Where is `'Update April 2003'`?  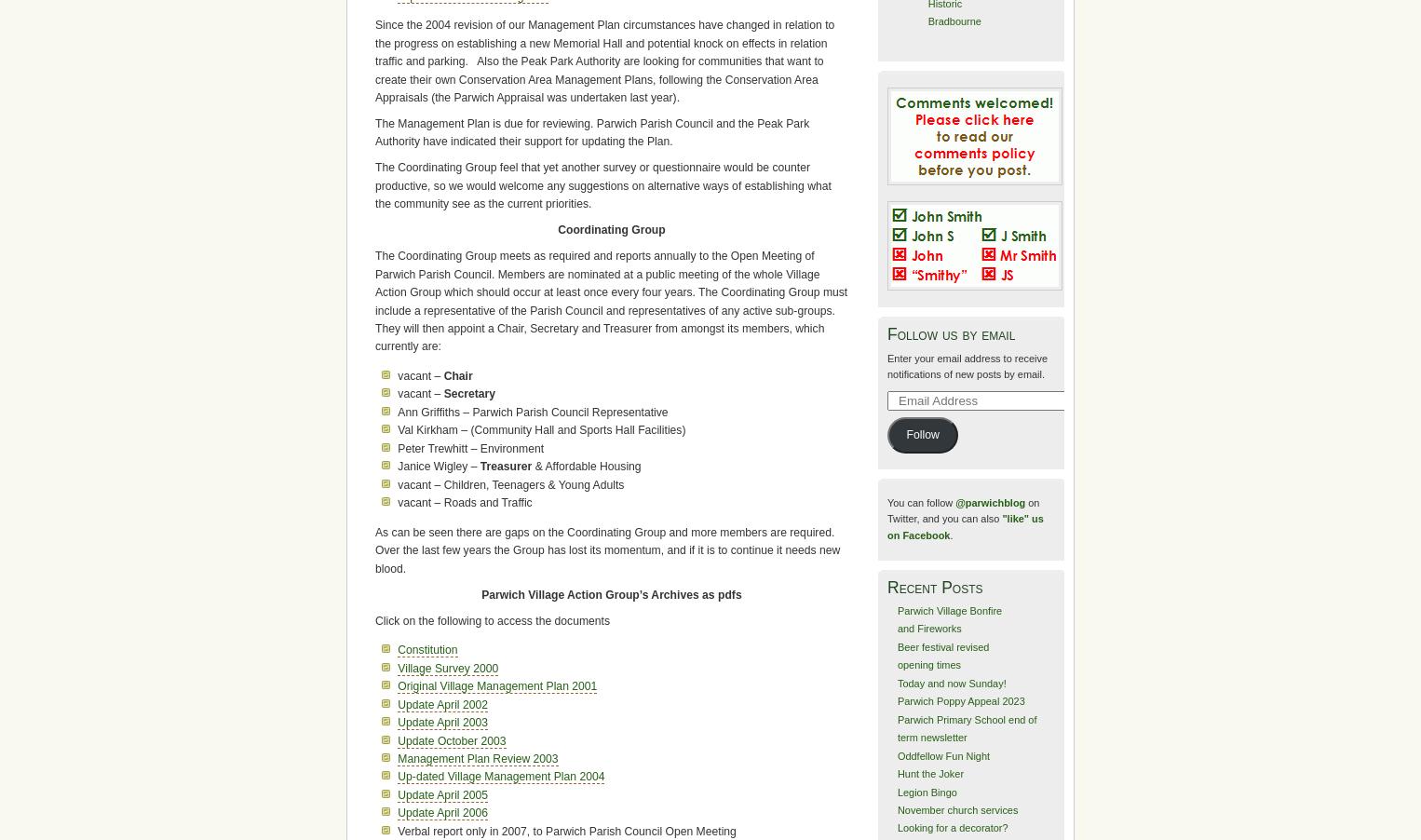 'Update April 2003' is located at coordinates (441, 721).